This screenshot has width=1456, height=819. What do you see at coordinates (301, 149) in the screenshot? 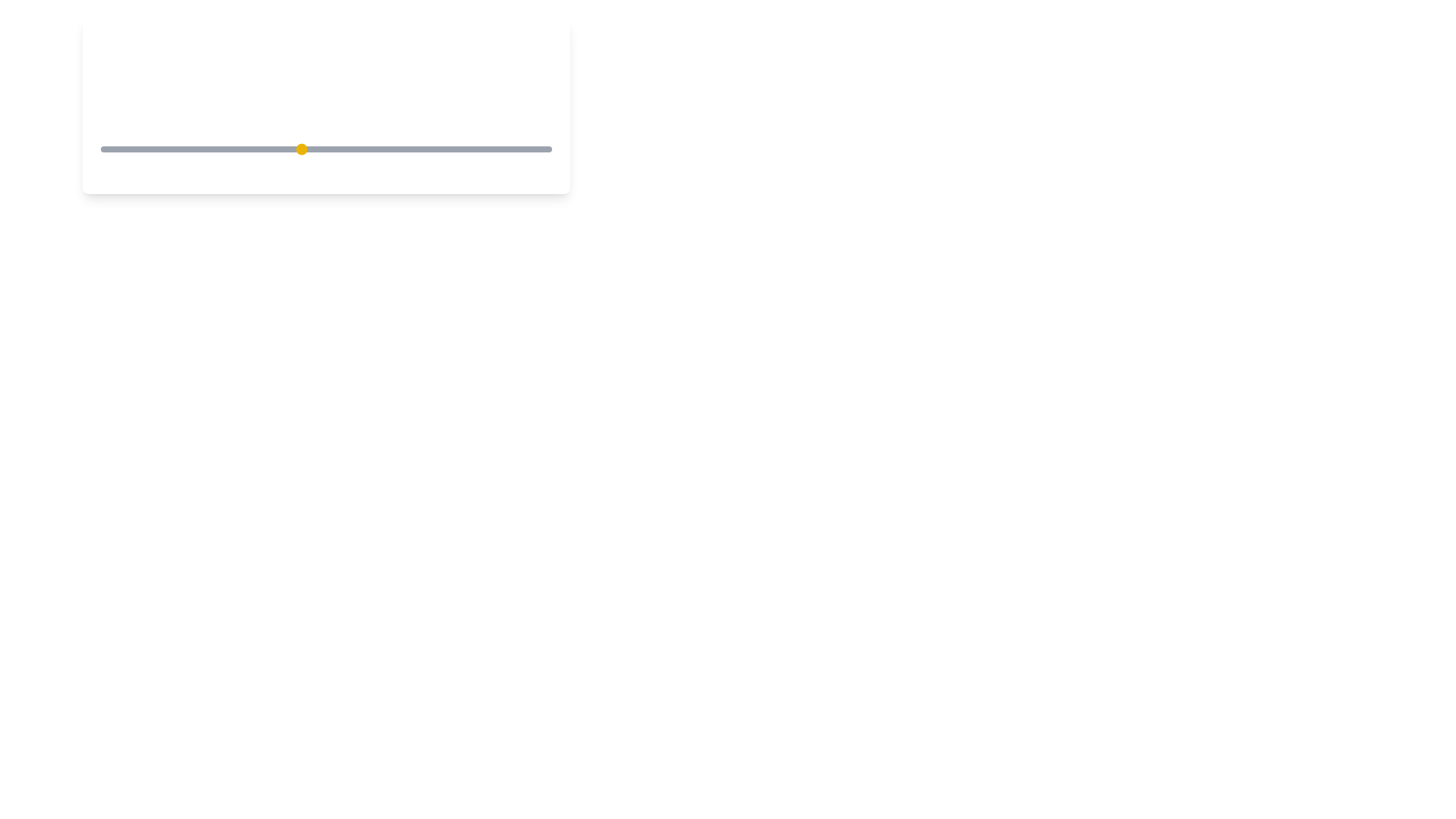
I see `the coffee strength to 5 by moving the slider` at bounding box center [301, 149].